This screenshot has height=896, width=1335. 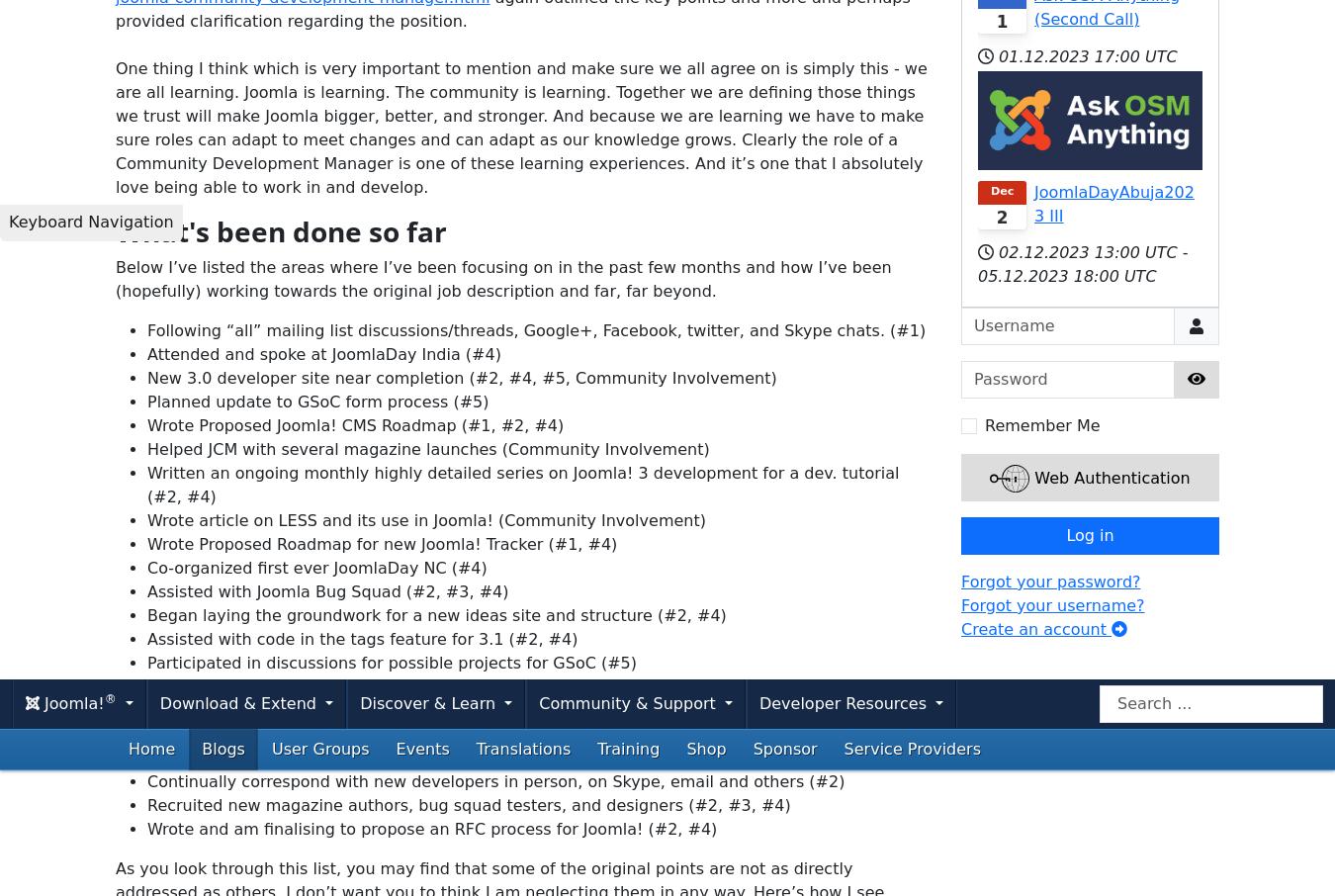 I want to click on 'facebook', so click(x=371, y=647).